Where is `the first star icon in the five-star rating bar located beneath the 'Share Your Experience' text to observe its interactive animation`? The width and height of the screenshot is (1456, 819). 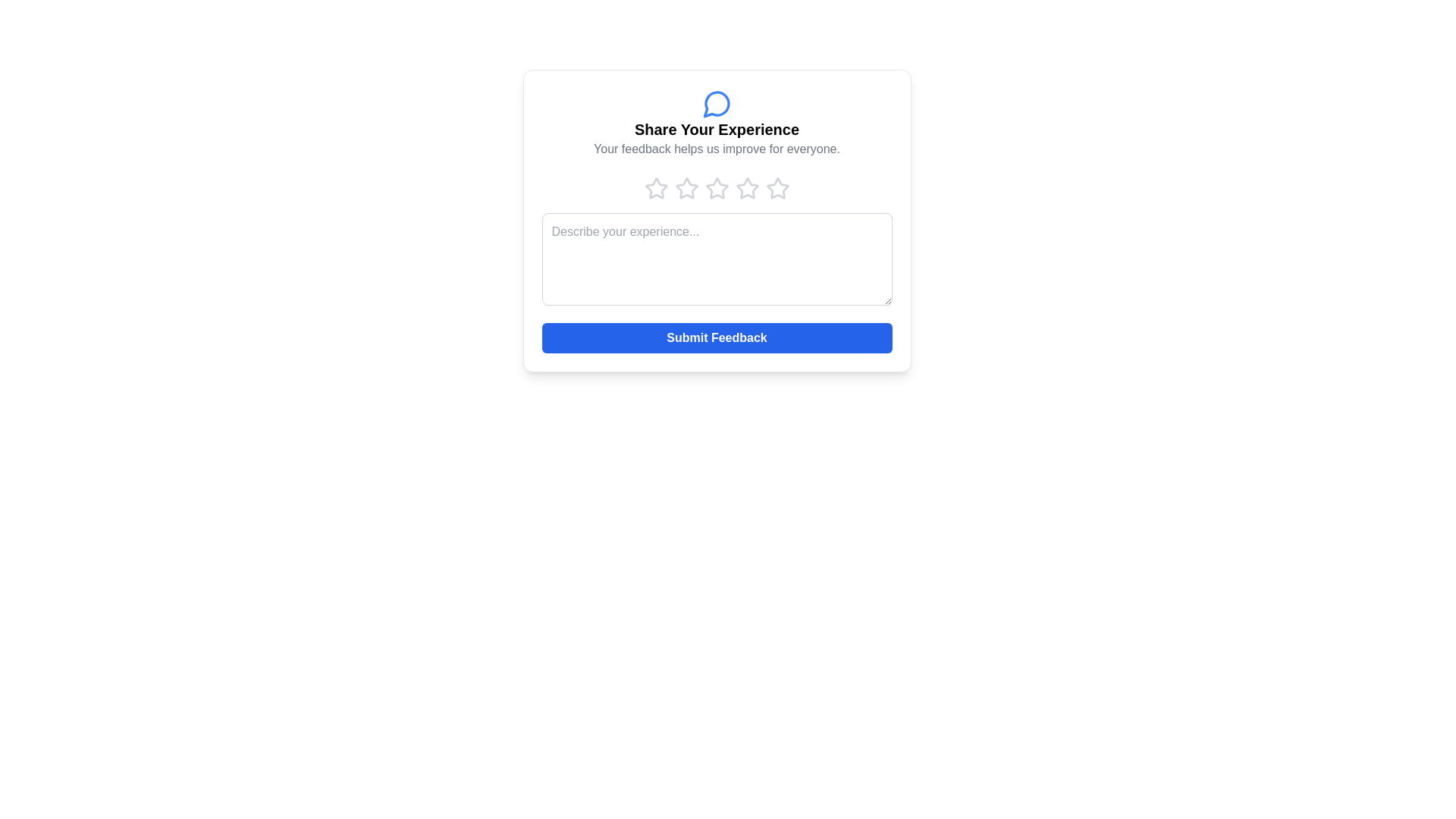
the first star icon in the five-star rating bar located beneath the 'Share Your Experience' text to observe its interactive animation is located at coordinates (656, 188).